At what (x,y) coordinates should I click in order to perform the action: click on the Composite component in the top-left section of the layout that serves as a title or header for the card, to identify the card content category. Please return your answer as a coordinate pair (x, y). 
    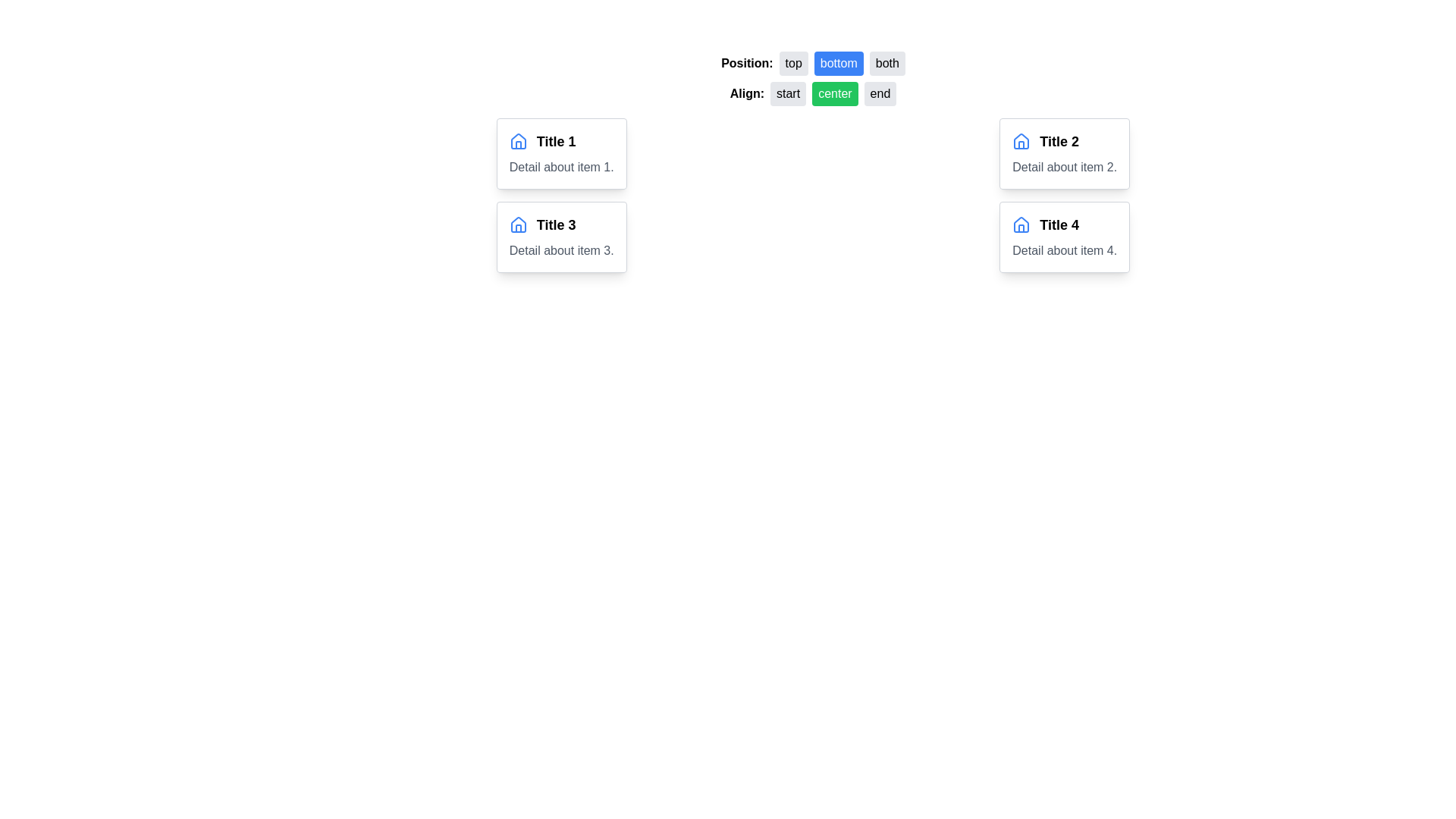
    Looking at the image, I should click on (560, 141).